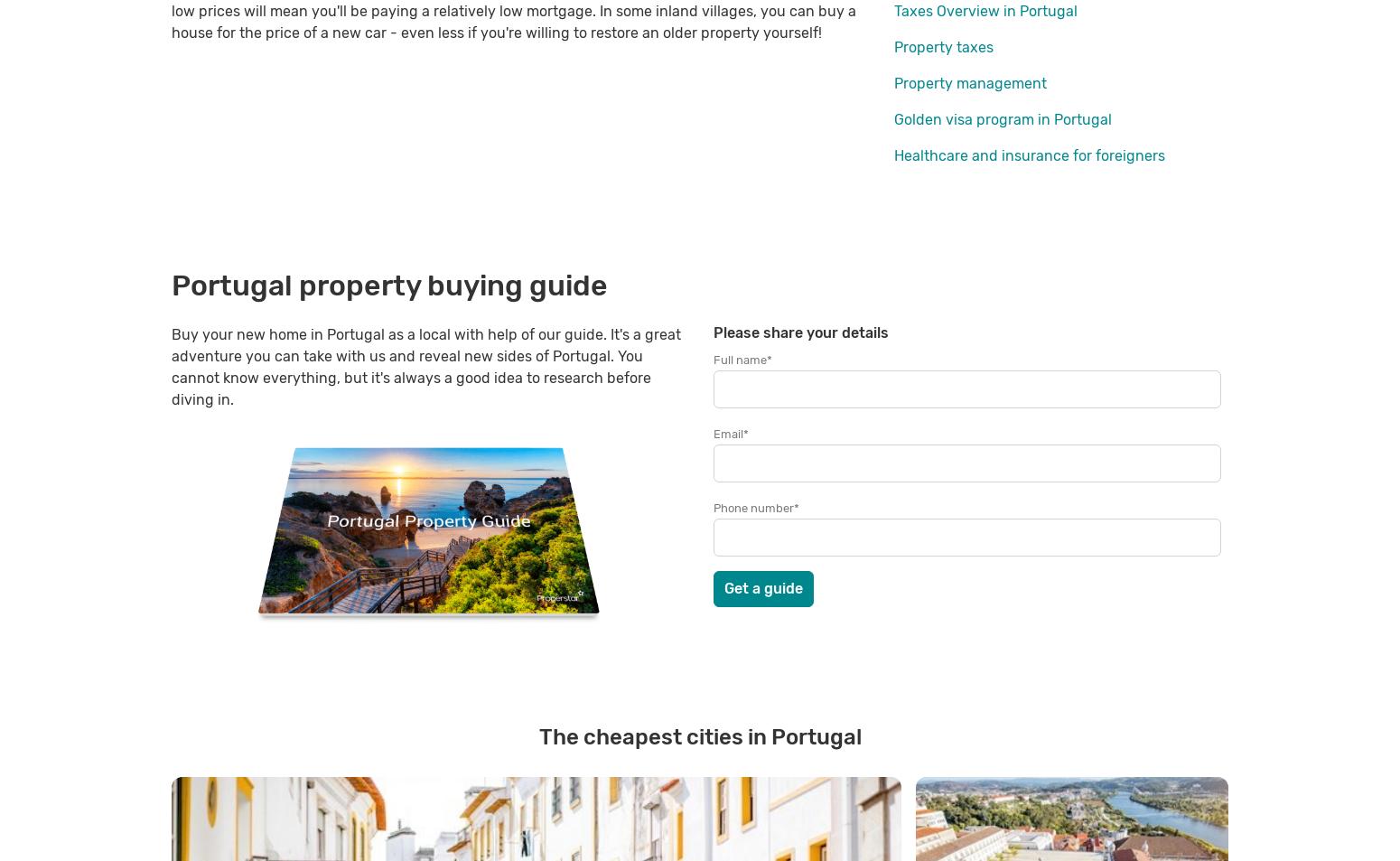  I want to click on 'Please share your details', so click(801, 332).